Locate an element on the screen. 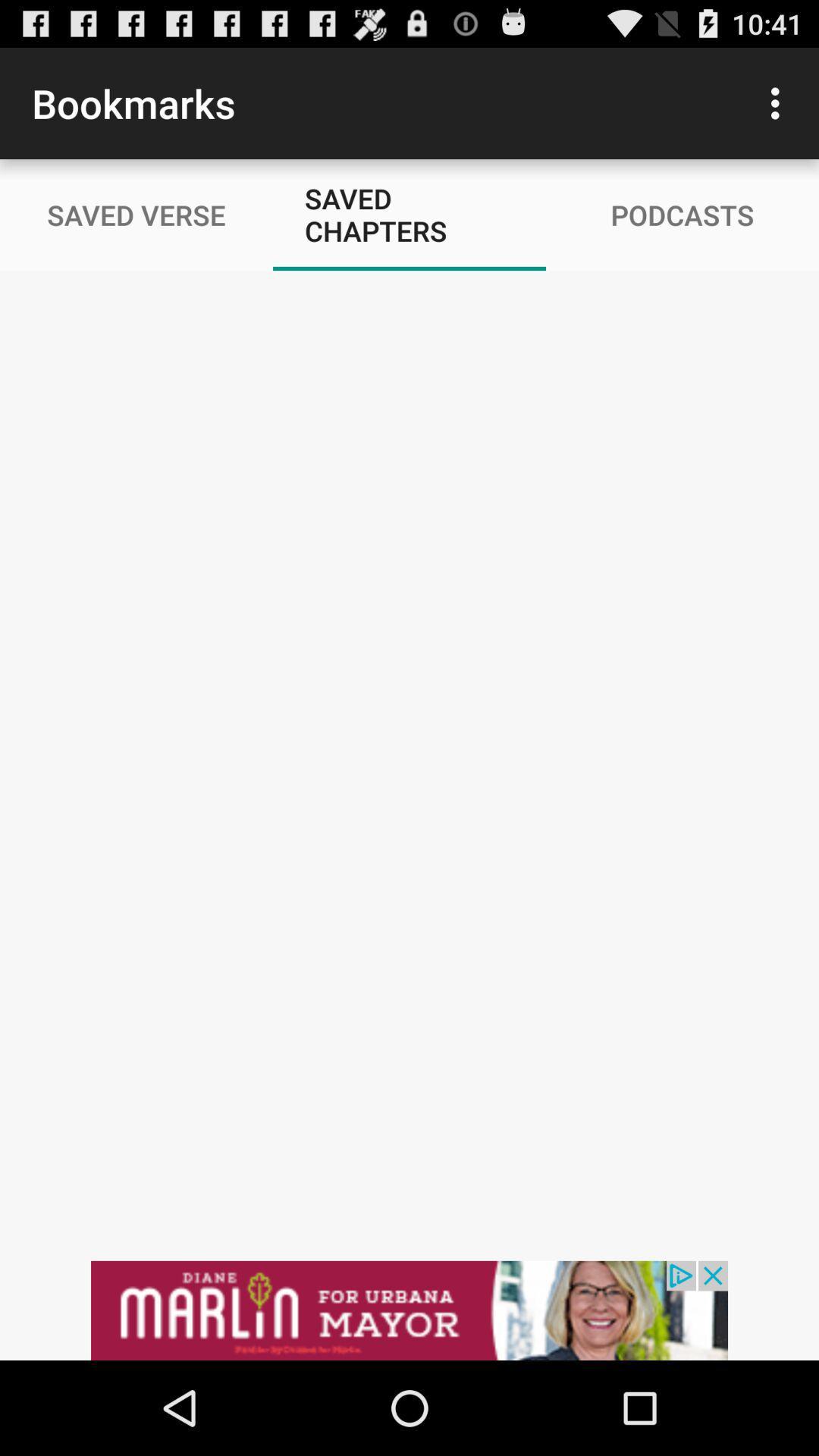 This screenshot has width=819, height=1456. the adversitement is located at coordinates (409, 1310).